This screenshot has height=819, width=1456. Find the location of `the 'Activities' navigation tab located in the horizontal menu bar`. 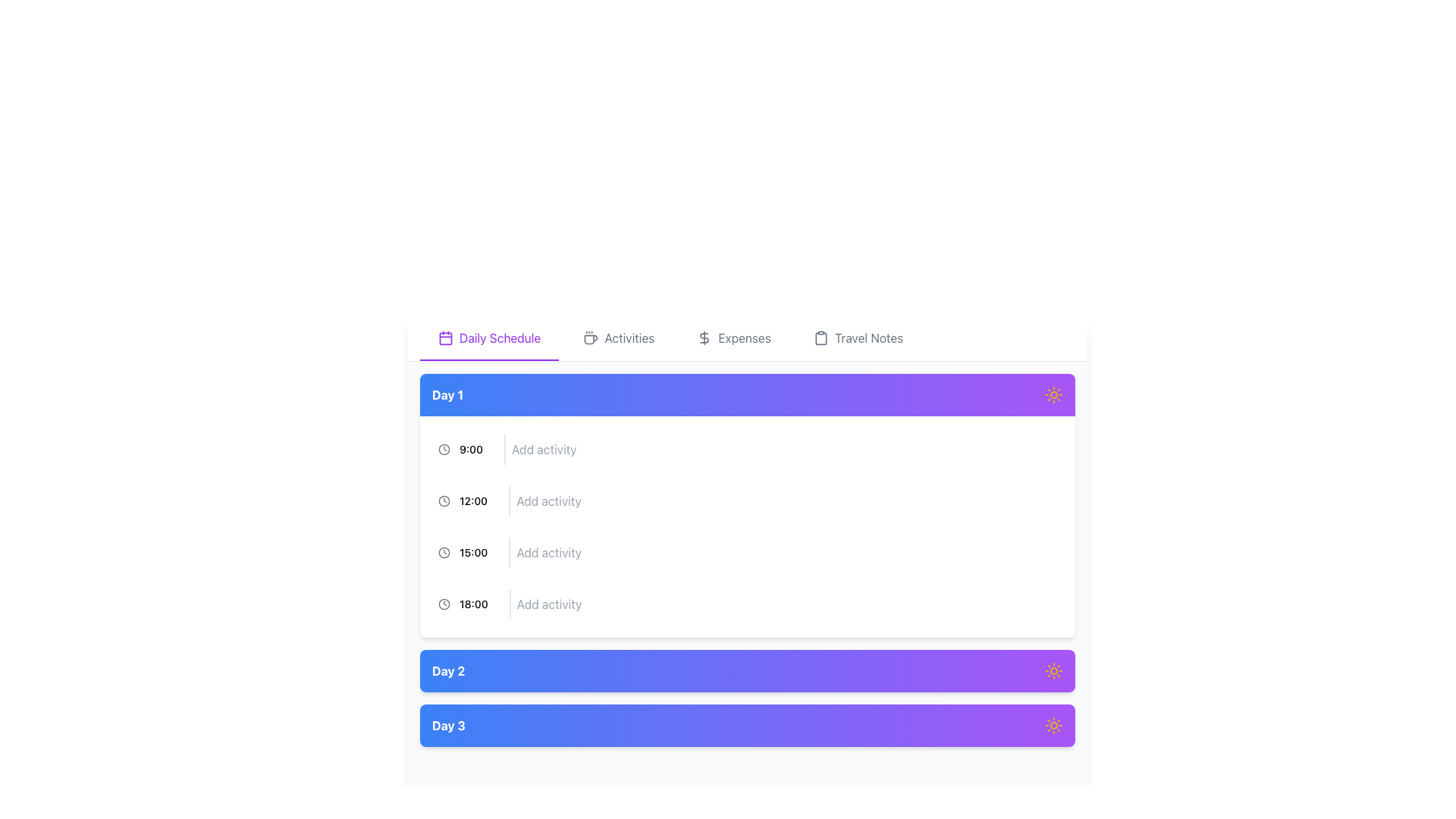

the 'Activities' navigation tab located in the horizontal menu bar is located at coordinates (619, 338).